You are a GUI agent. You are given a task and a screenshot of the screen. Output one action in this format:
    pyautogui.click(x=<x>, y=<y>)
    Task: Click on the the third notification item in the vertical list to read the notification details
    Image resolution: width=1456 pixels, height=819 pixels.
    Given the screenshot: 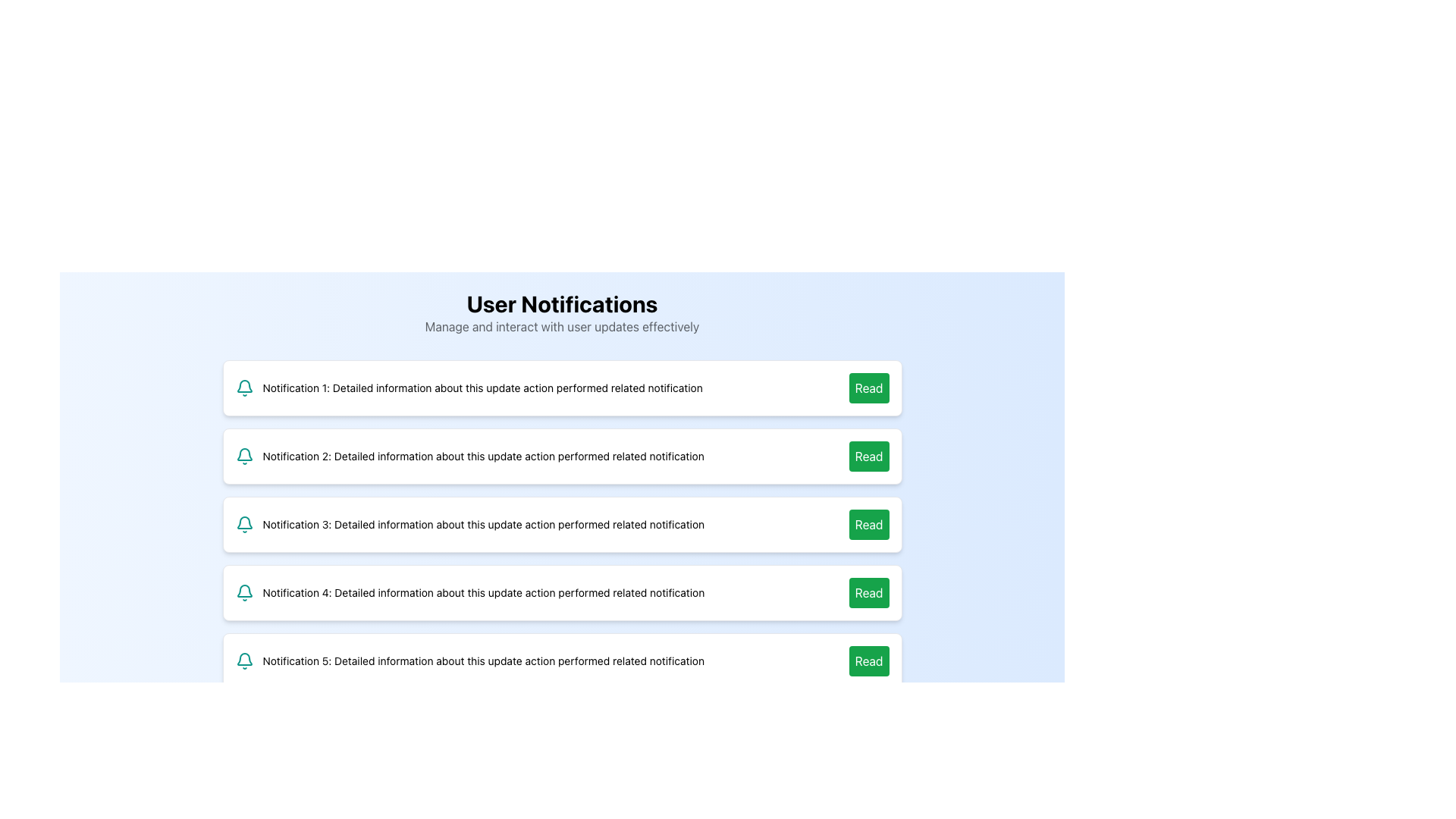 What is the action you would take?
    pyautogui.click(x=469, y=523)
    